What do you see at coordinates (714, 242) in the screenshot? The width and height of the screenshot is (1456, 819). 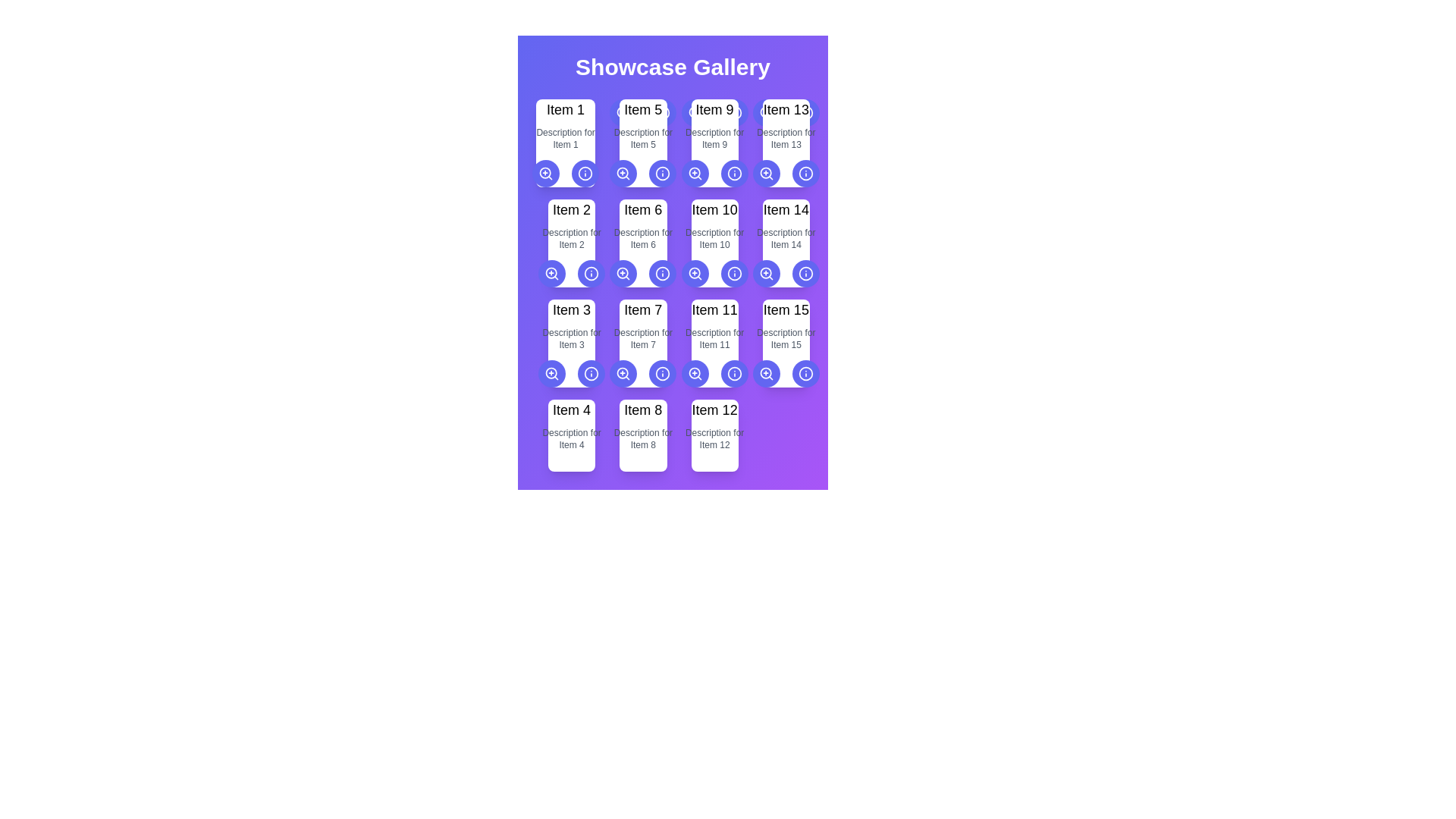 I see `the static informational card titled 'Item 10' with the subtitle 'Description for Item 10', which is positioned in the second row and third column of the grid layout` at bounding box center [714, 242].